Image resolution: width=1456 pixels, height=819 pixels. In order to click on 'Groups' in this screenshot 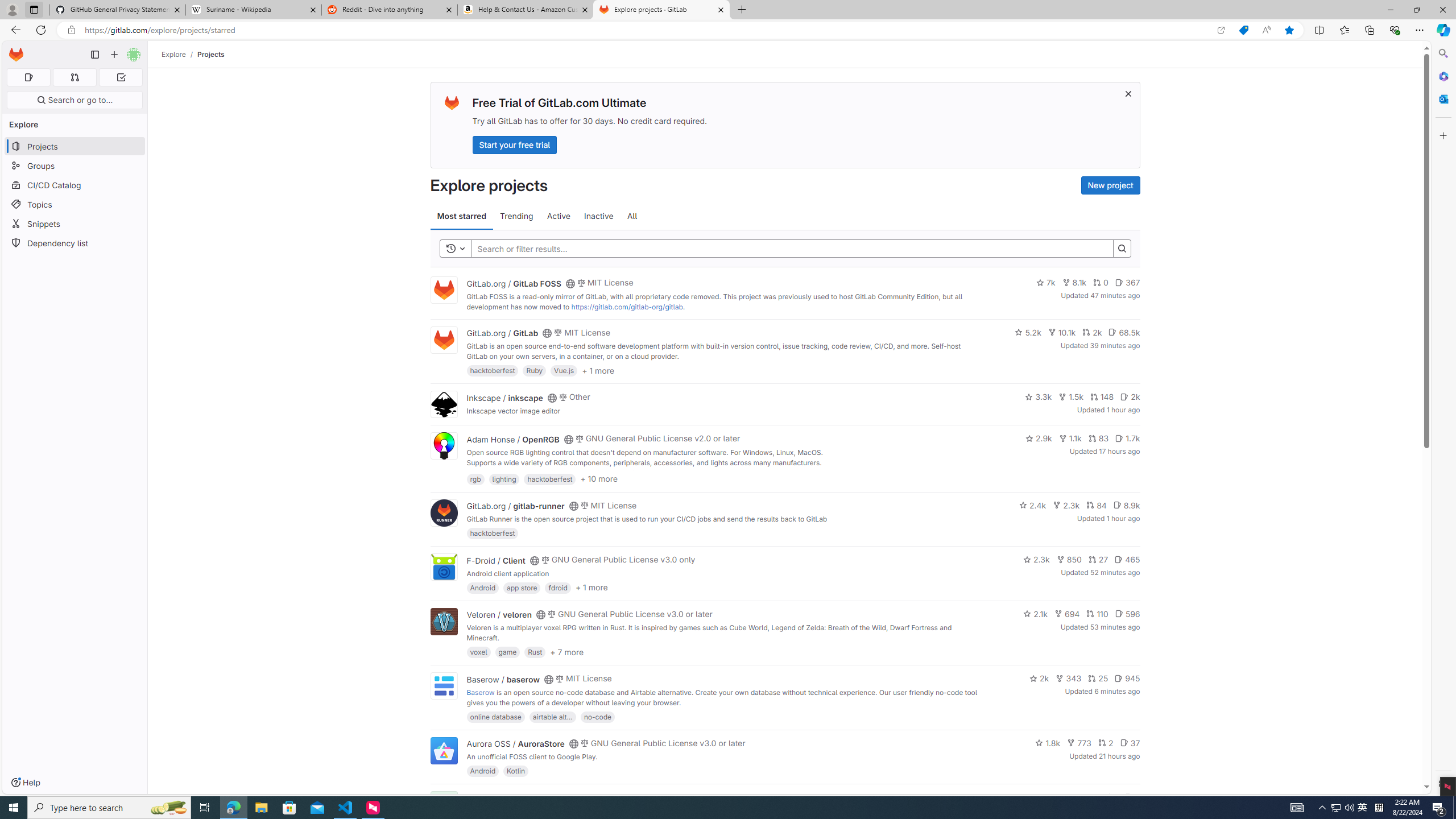, I will do `click(74, 166)`.